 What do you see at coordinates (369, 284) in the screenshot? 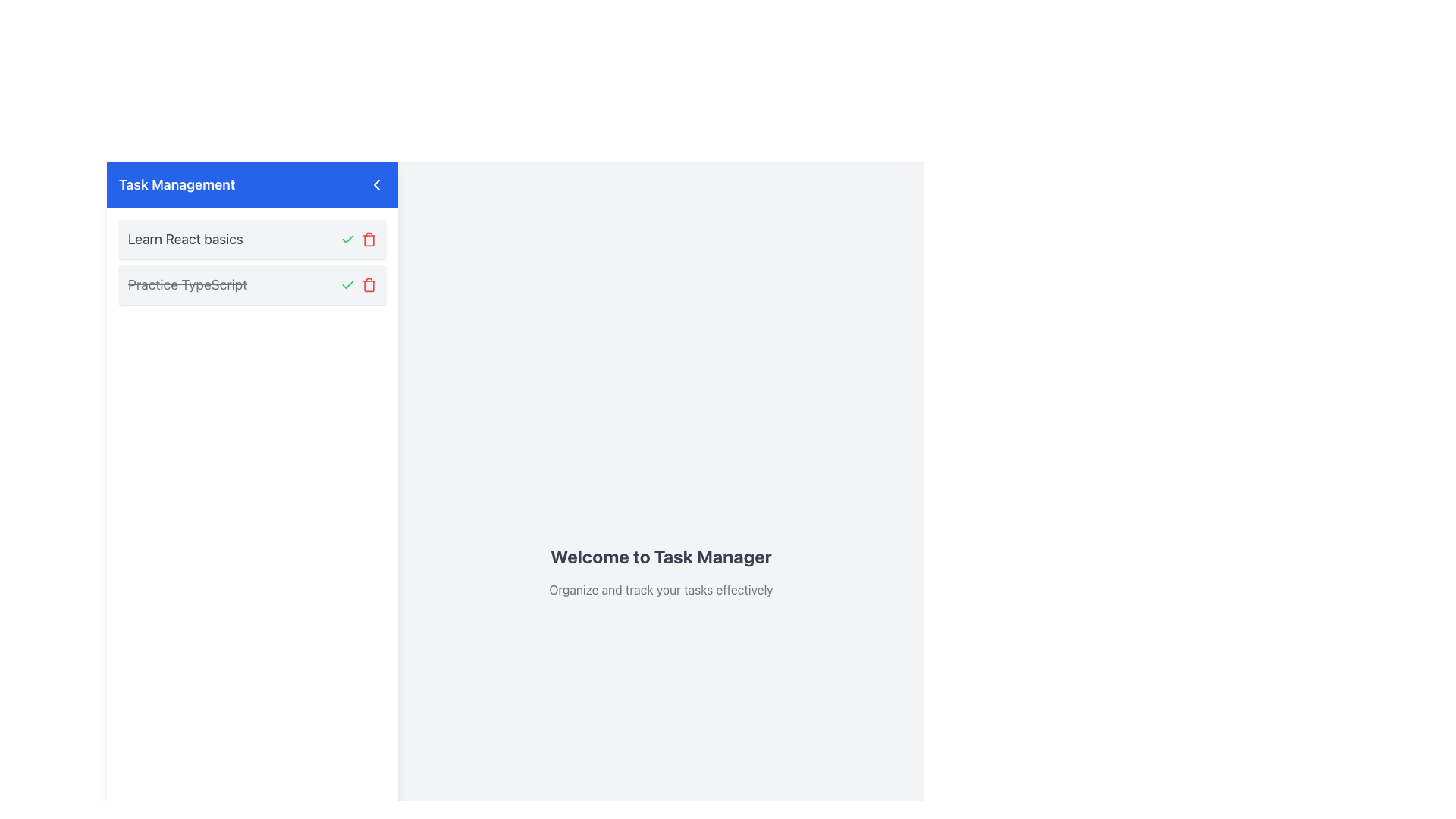
I see `the delete button located to the right of the 'Practice TypeScript' task` at bounding box center [369, 284].